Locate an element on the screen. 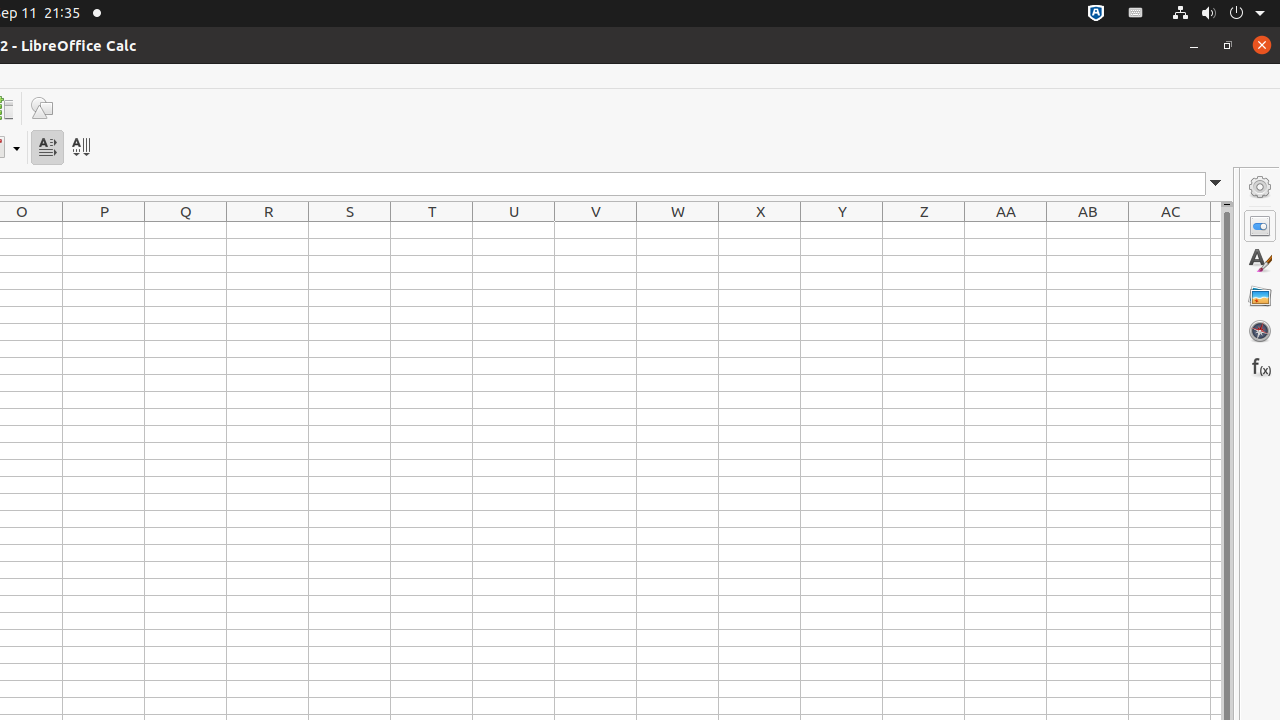 The width and height of the screenshot is (1280, 720). 'P1' is located at coordinates (103, 229).